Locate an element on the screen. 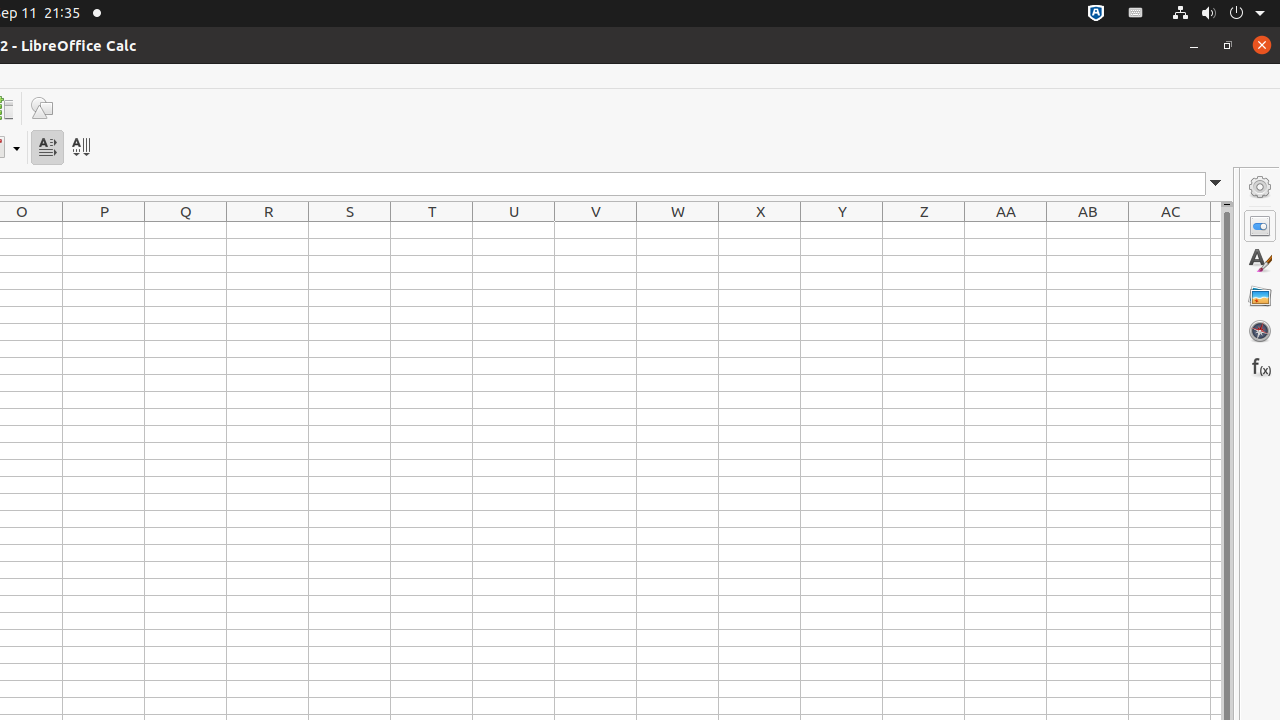 The width and height of the screenshot is (1280, 720). 'P1' is located at coordinates (103, 229).